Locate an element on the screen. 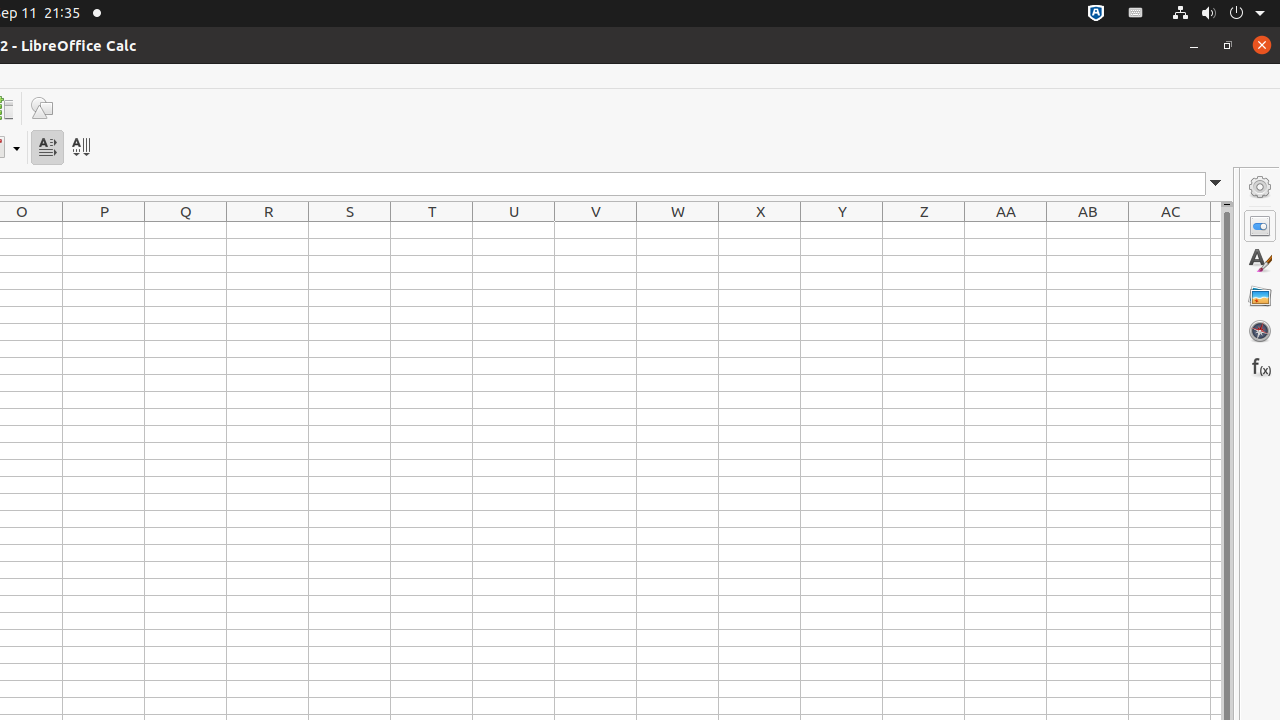 The width and height of the screenshot is (1280, 720). 'P1' is located at coordinates (103, 229).